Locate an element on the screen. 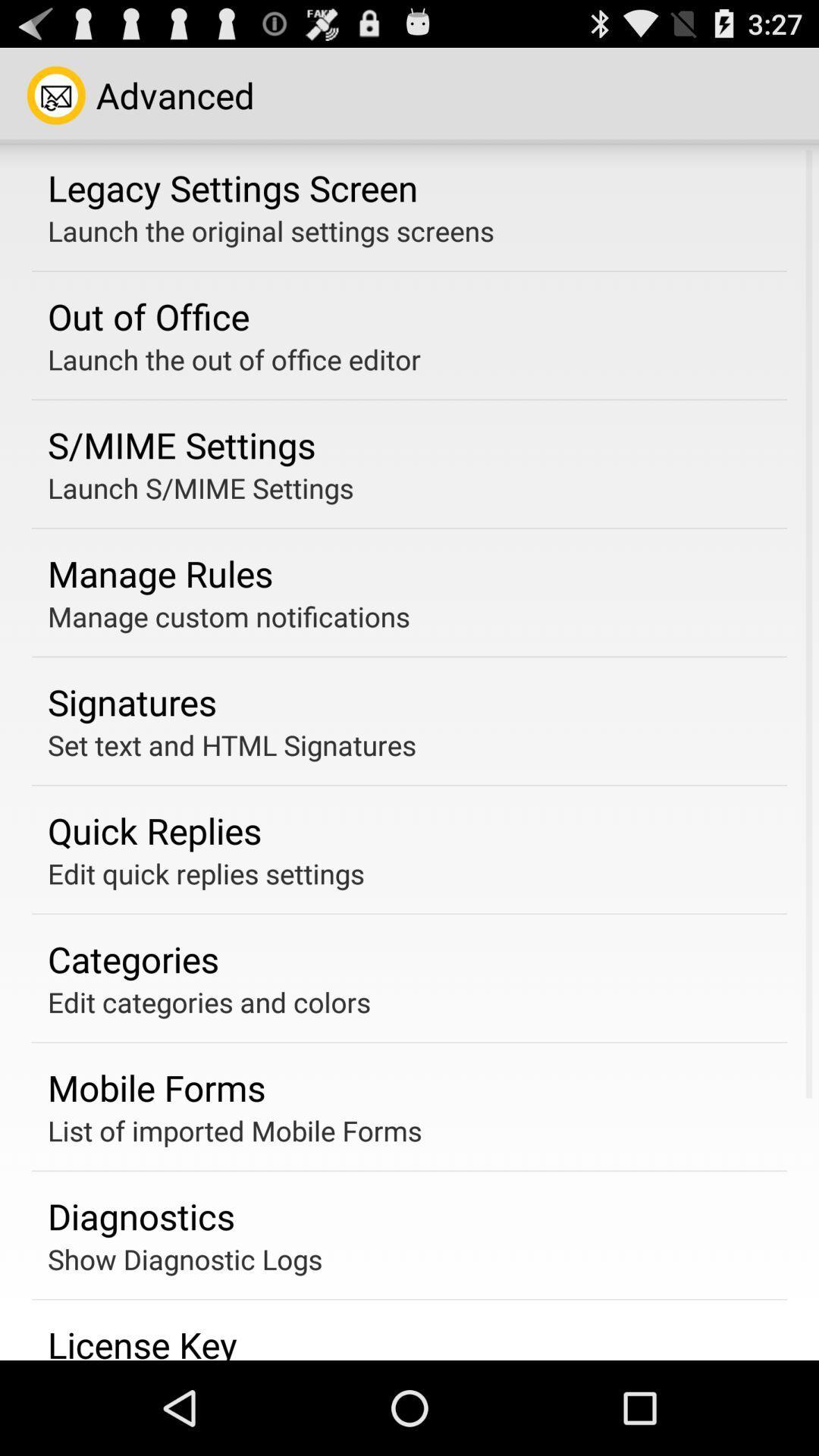  the show diagnostic logs app is located at coordinates (184, 1259).